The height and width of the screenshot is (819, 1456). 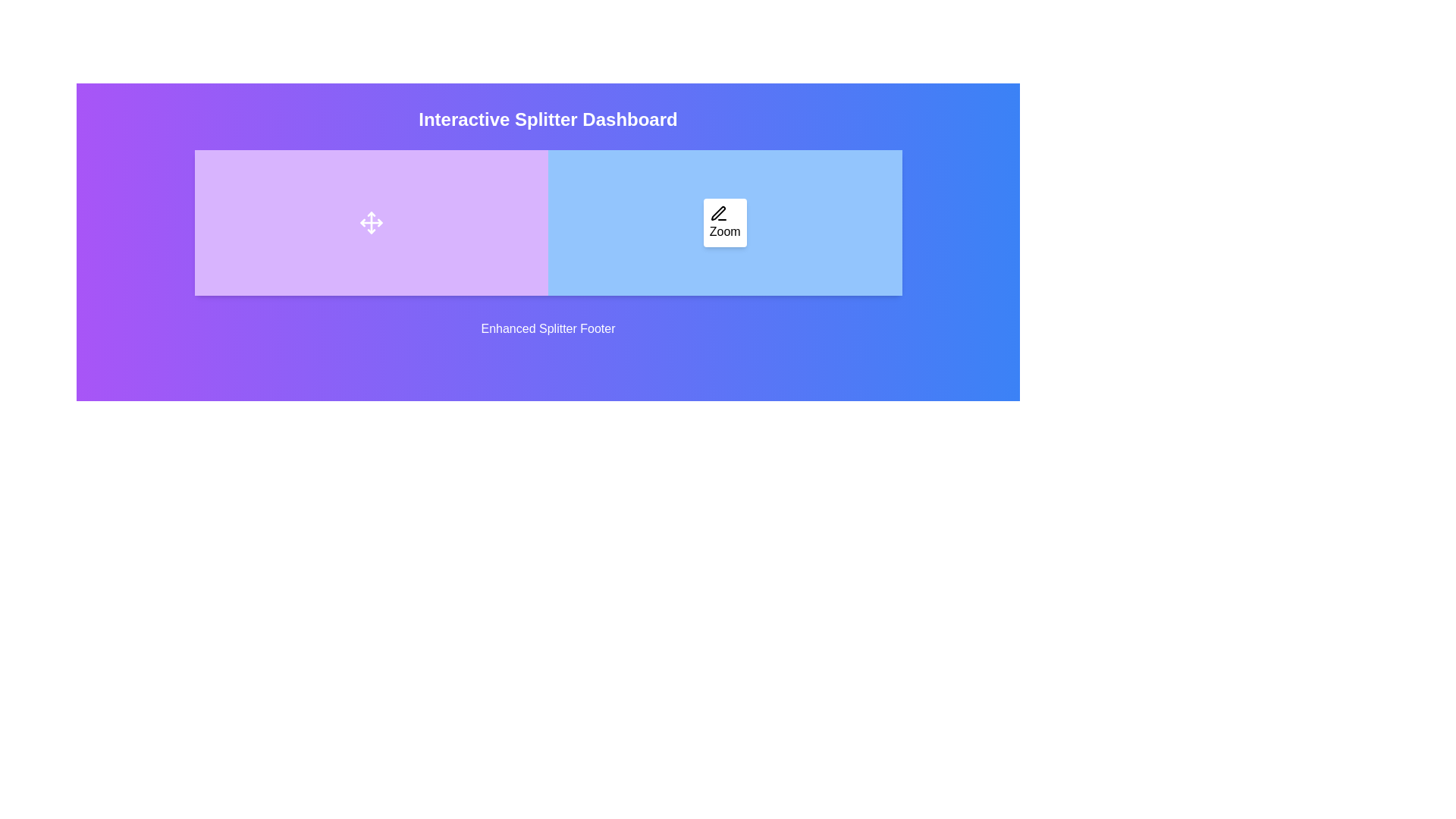 What do you see at coordinates (724, 222) in the screenshot?
I see `the rectangular button with a light blue background that has a white square placard containing a stylized pen icon and the text 'Zoom'` at bounding box center [724, 222].